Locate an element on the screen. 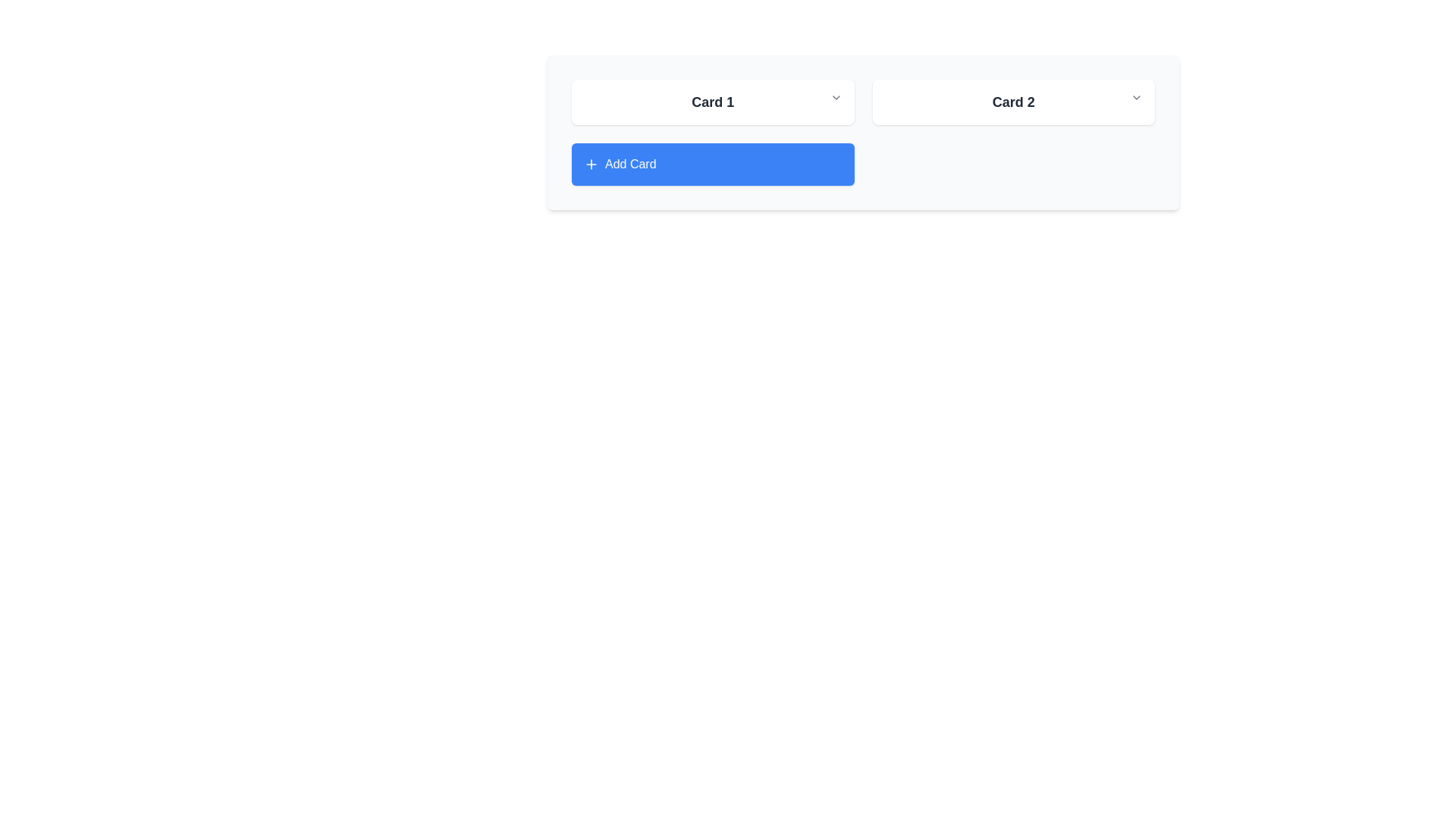 This screenshot has width=1456, height=819. the text label reading 'Card 2', which is styled with a large font size and bold dark gray text against a white background, positioned in the upper-right area of the layout is located at coordinates (1013, 102).